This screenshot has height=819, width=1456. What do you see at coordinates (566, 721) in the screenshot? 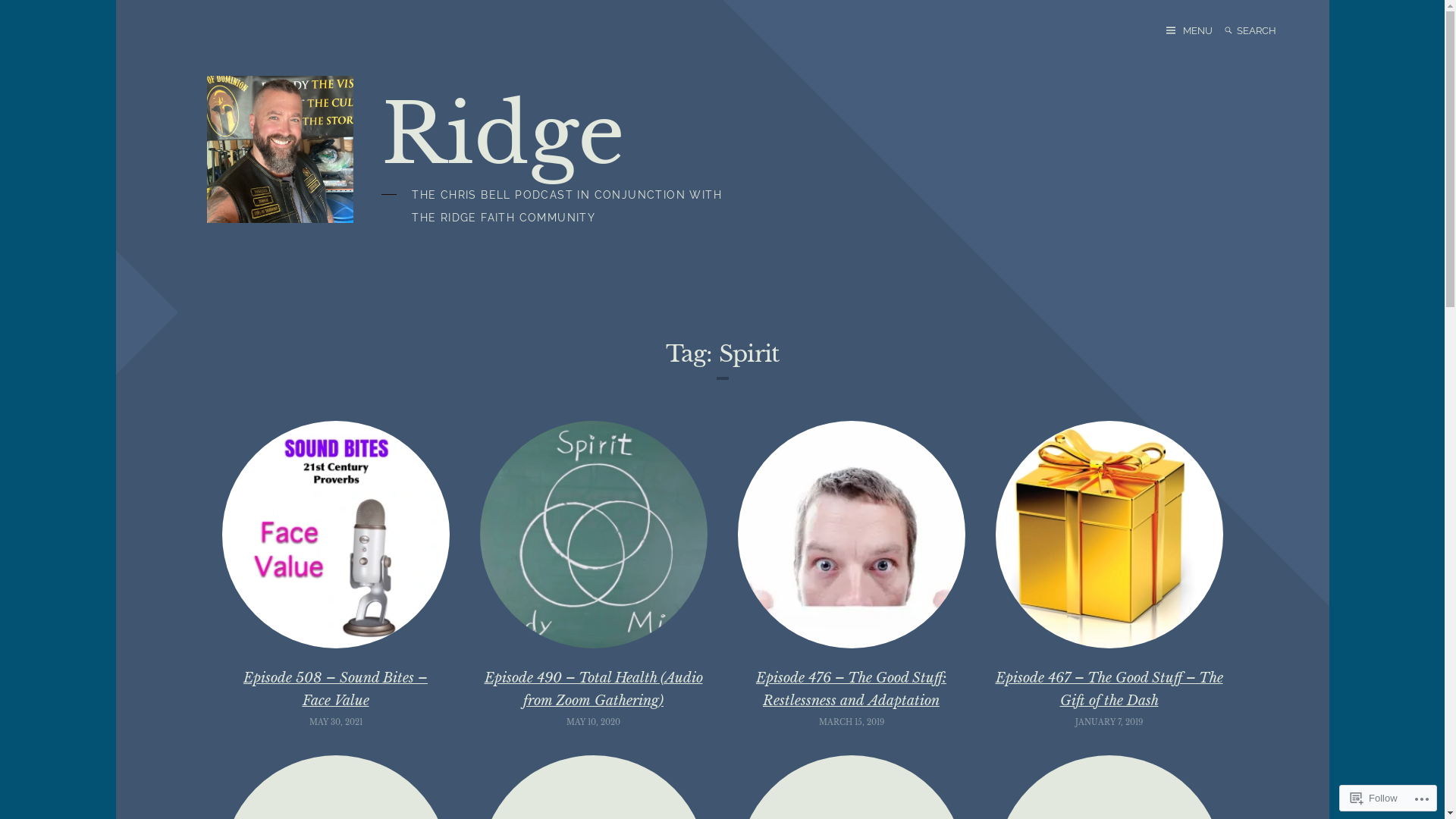
I see `'MAY 10, 2020'` at bounding box center [566, 721].